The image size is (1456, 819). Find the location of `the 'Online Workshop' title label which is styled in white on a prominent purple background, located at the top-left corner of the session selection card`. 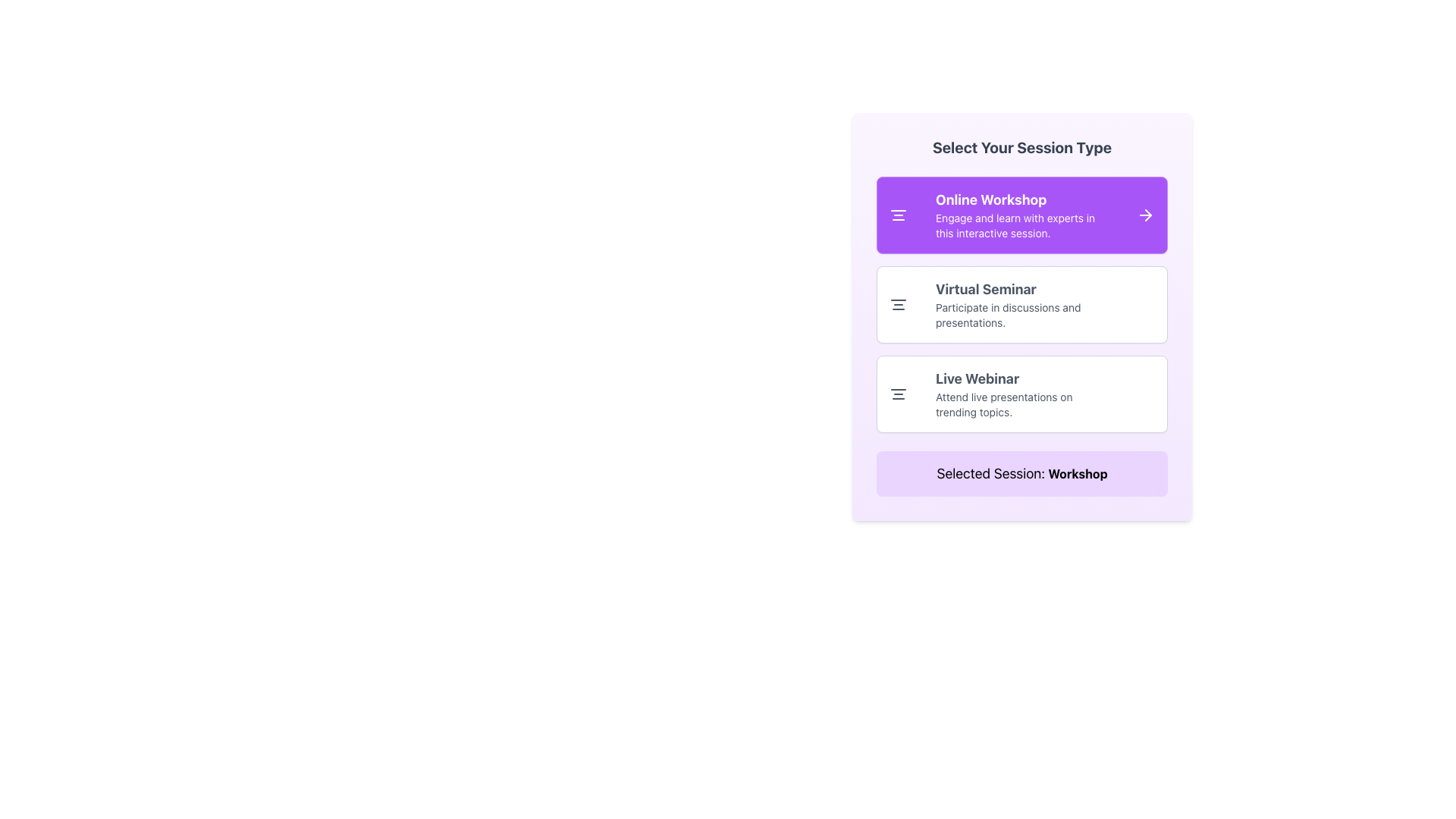

the 'Online Workshop' title label which is styled in white on a prominent purple background, located at the top-left corner of the session selection card is located at coordinates (1022, 199).